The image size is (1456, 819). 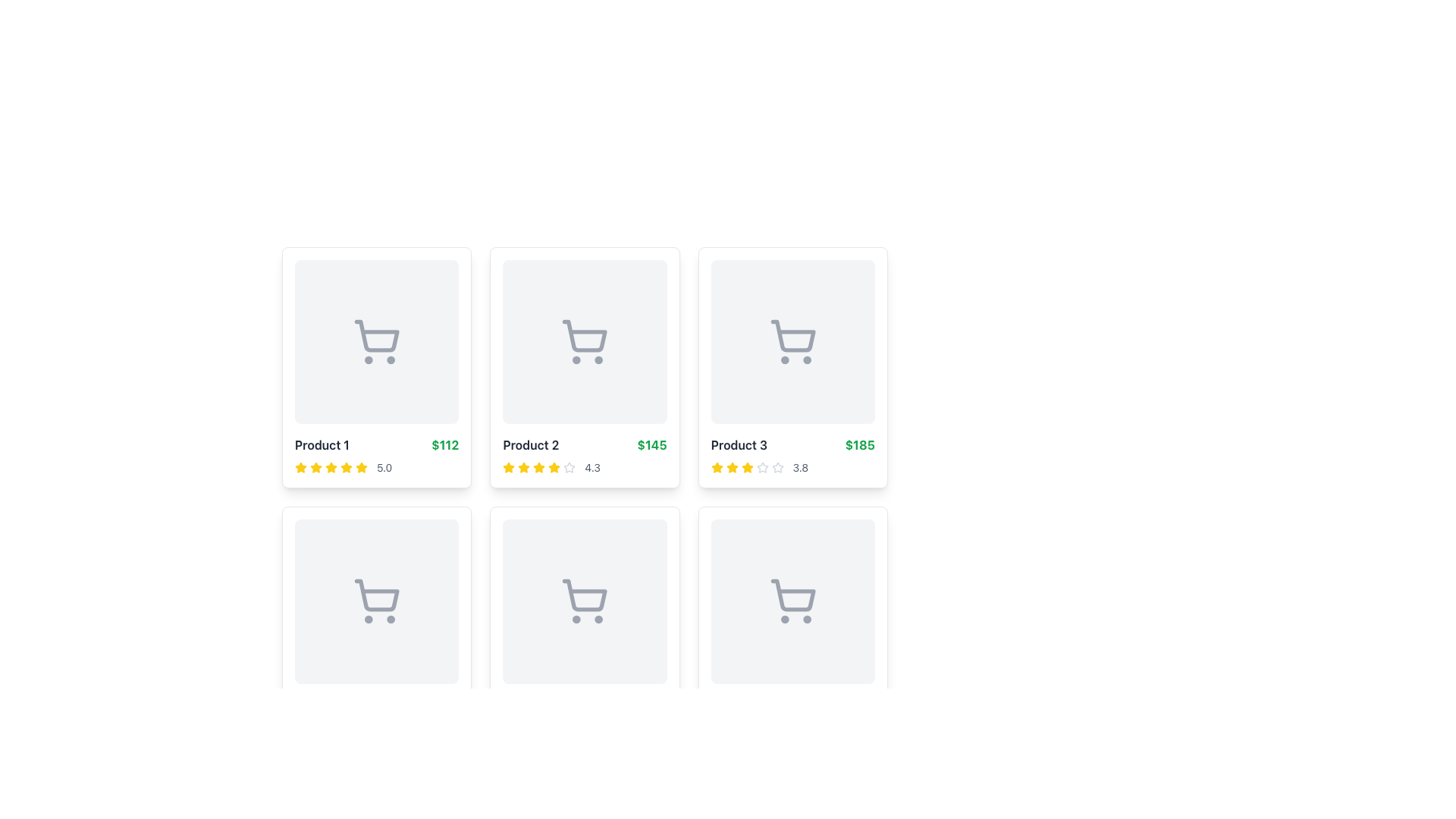 I want to click on the fourth star-shaped icon in the product card's rating system, which is filled with yellow color and located next to the rating number (5.0), so click(x=330, y=467).